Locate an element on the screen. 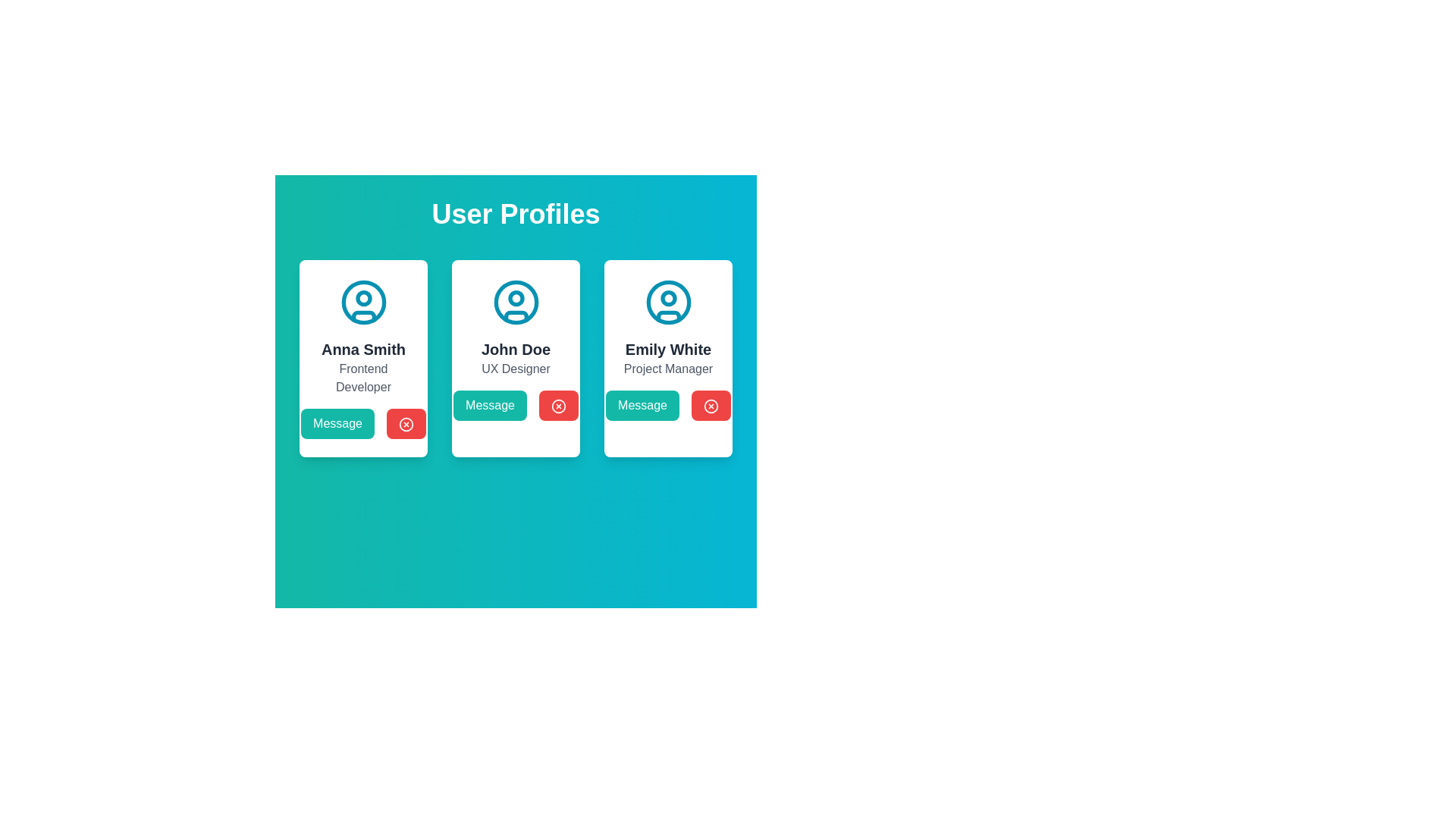 This screenshot has height=819, width=1456. the small circular head component of Emily White's avatar in the third profile card of the 'User Profiles' section is located at coordinates (667, 298).